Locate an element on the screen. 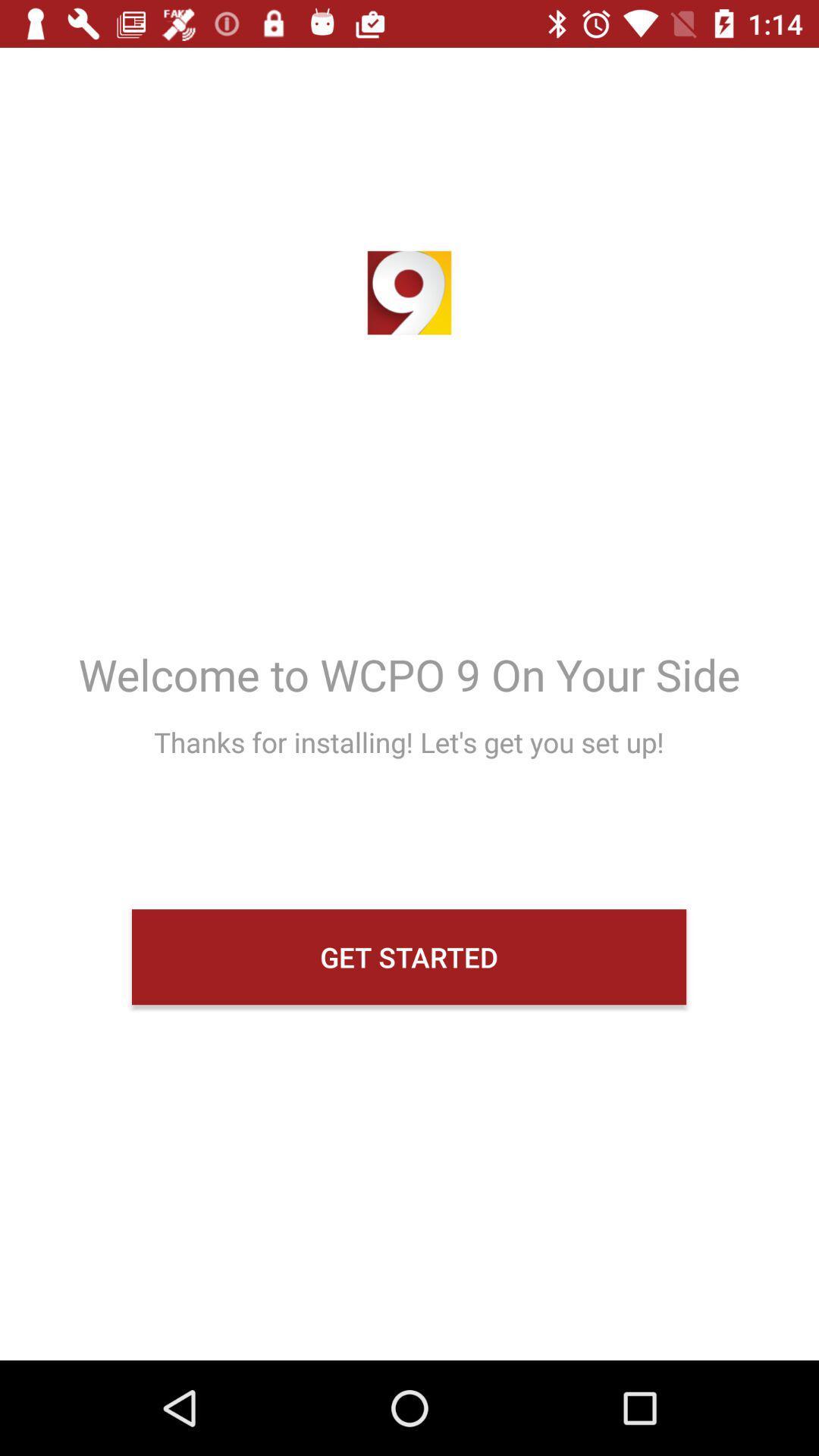  item below thanks for installing is located at coordinates (408, 956).